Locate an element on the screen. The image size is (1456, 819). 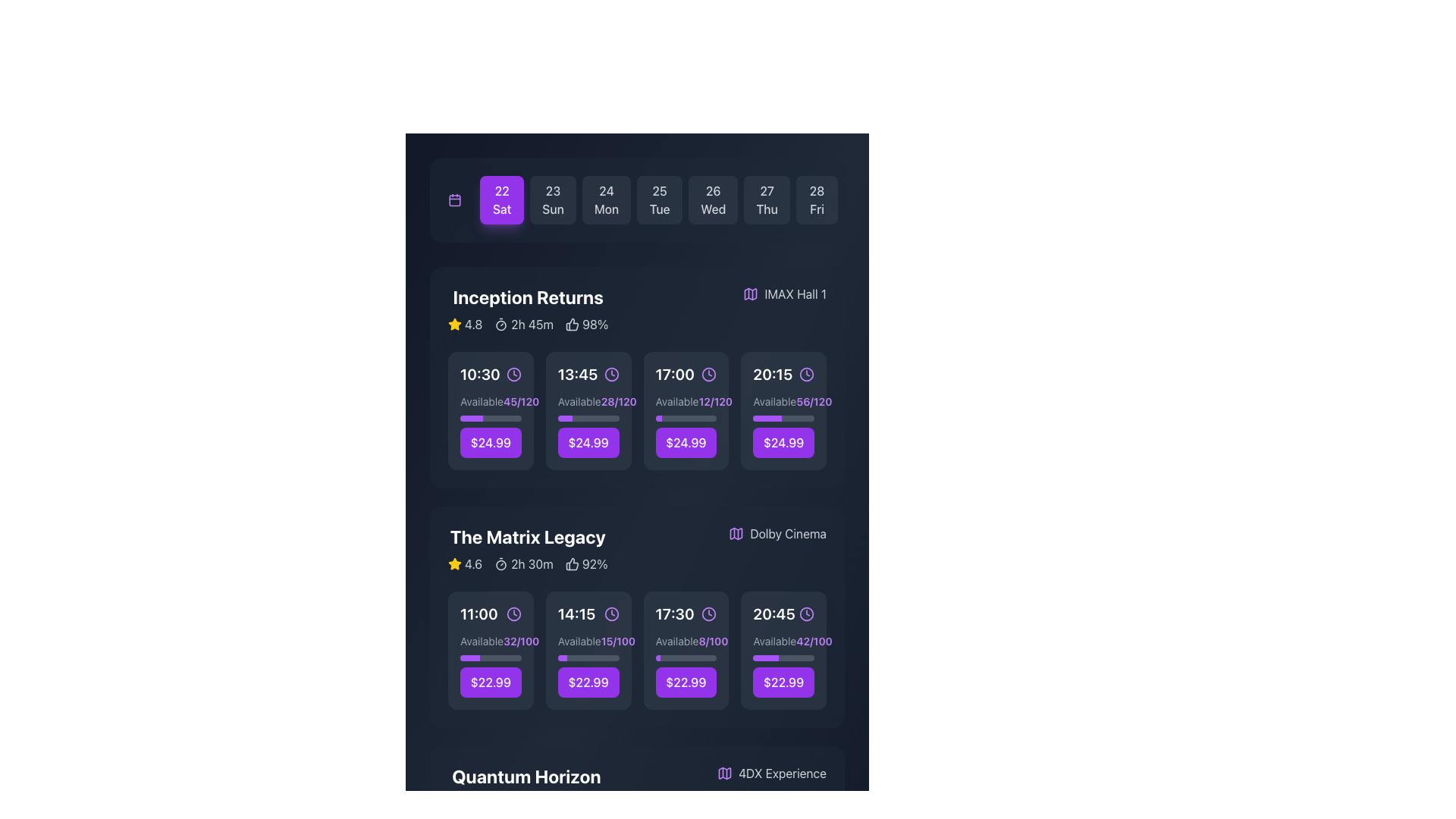
the bold, purple-colored label displaying '8/100', which indicates availability for the 17:30 time slot in the 'The Matrix Legacy' section is located at coordinates (712, 641).